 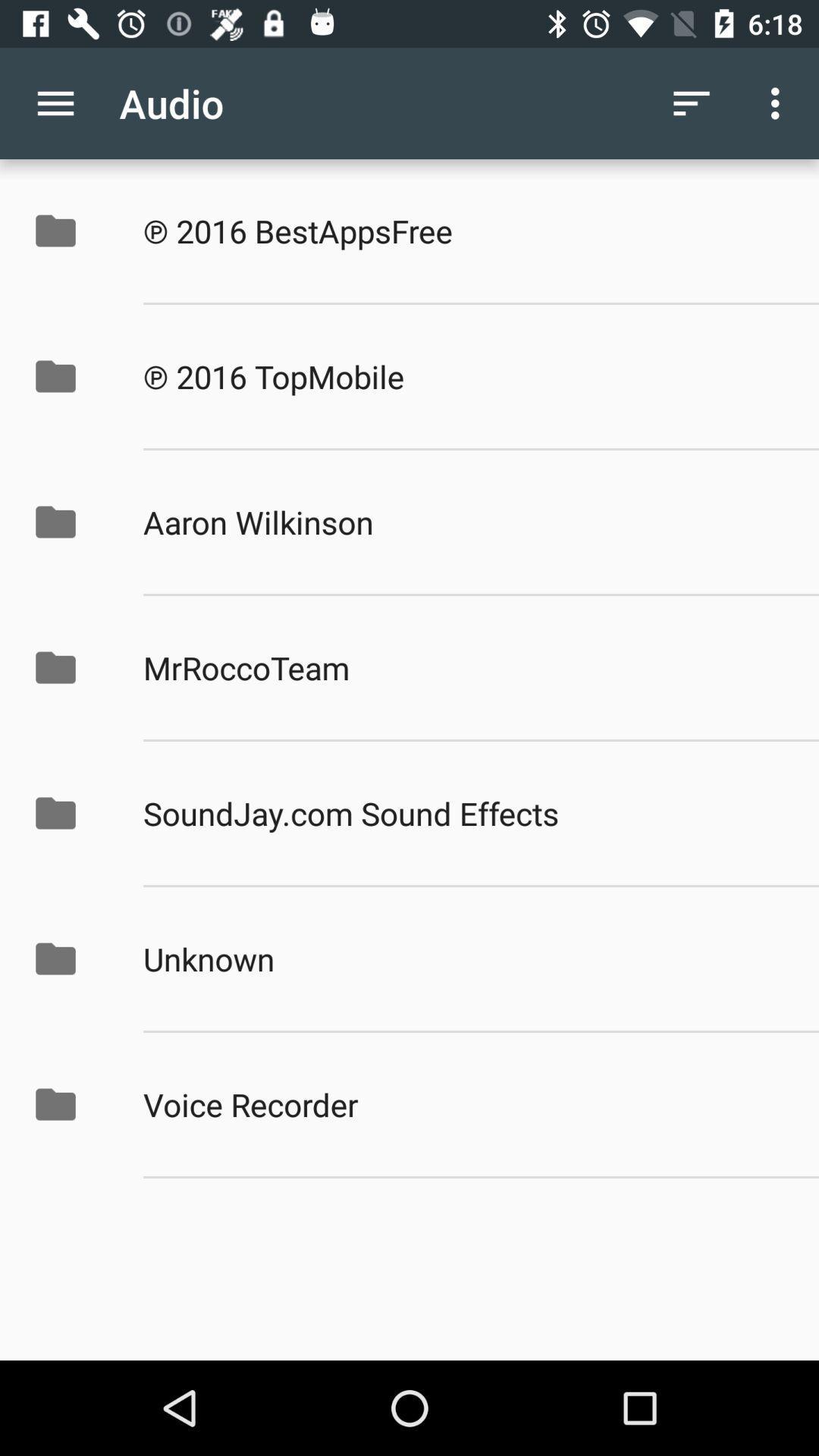 I want to click on item below unknown app, so click(x=464, y=1104).